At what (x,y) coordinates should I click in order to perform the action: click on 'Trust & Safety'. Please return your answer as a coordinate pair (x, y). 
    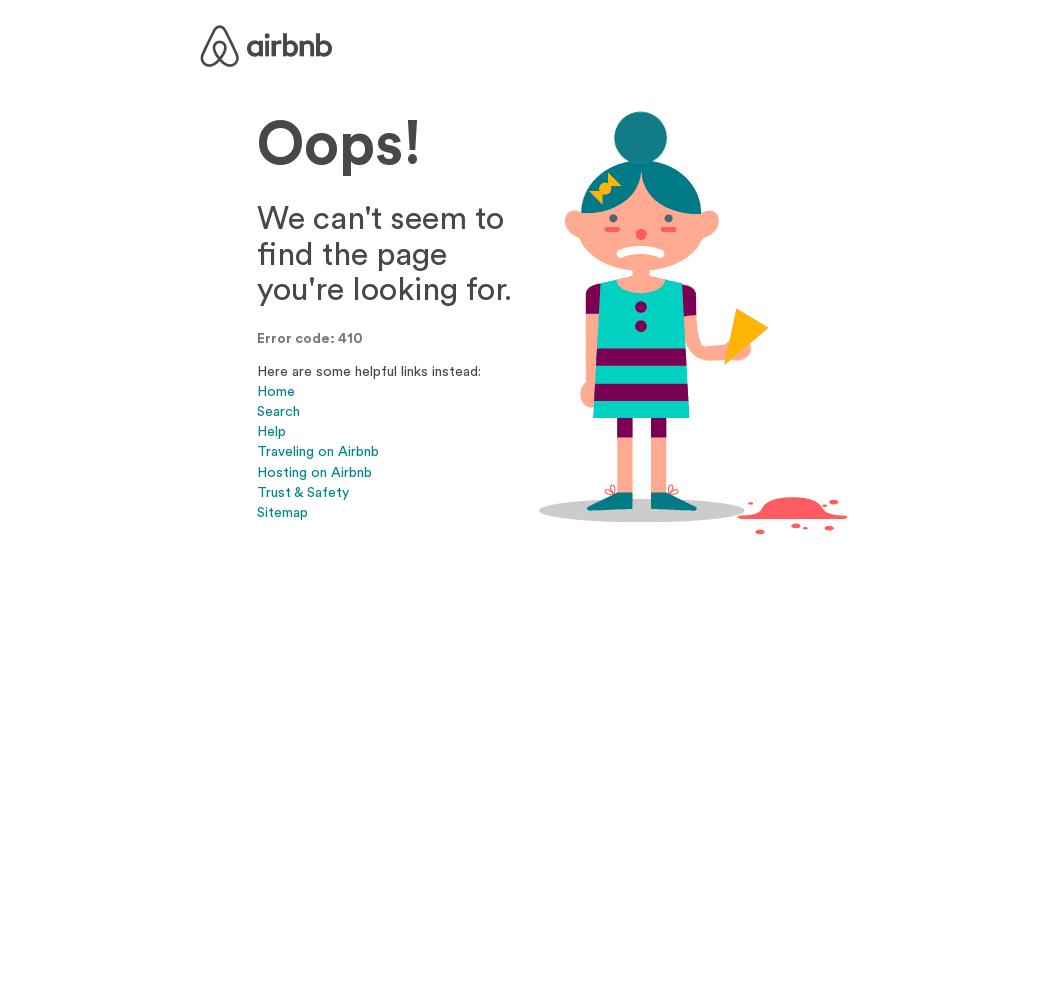
    Looking at the image, I should click on (303, 490).